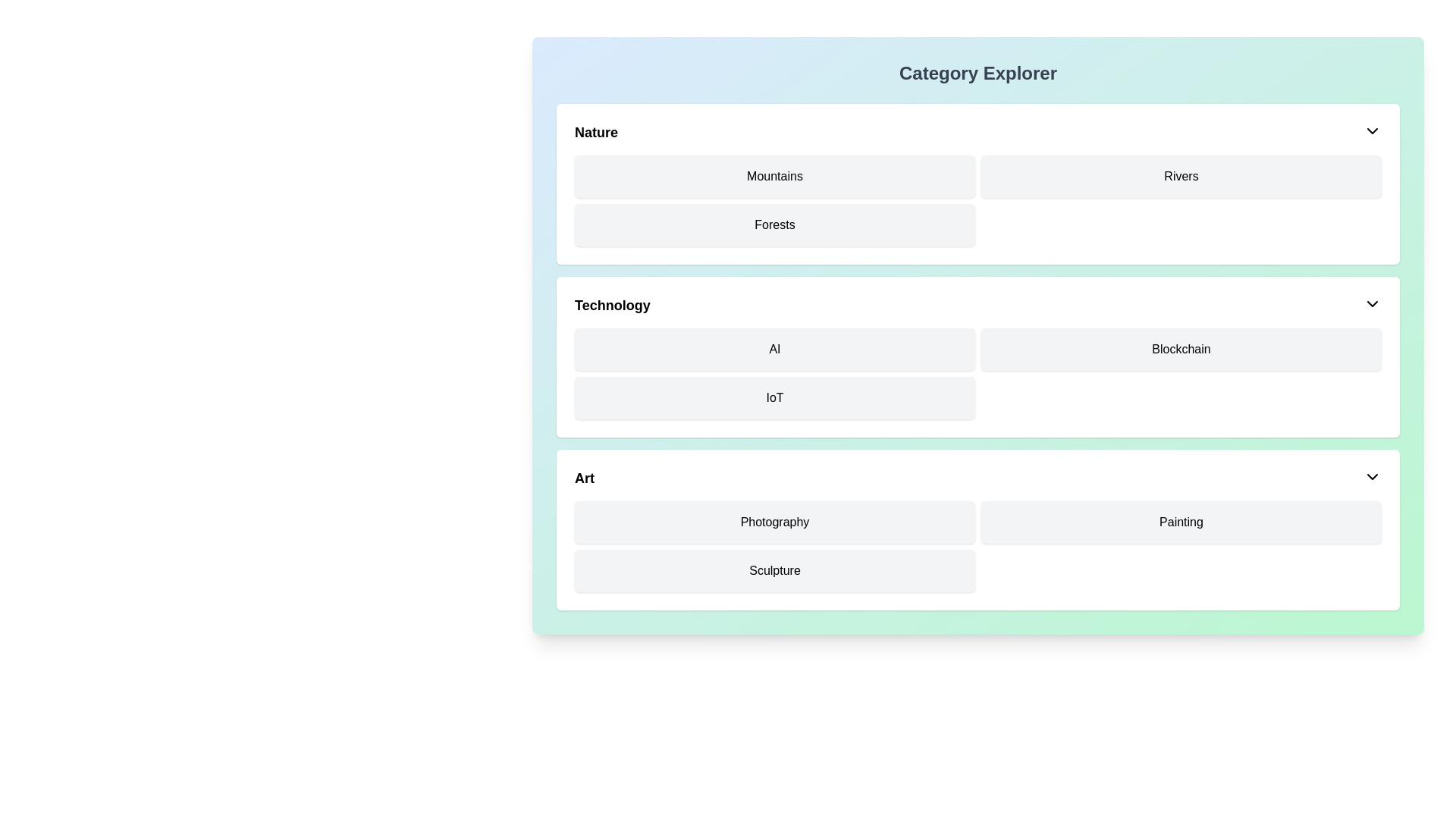 This screenshot has width=1456, height=819. What do you see at coordinates (775, 225) in the screenshot?
I see `the 'Forests' text label or button, which is styled with bold, black font on a light gray rectangle with rounded corners, located in the second row under the 'Nature' section of the grid layout` at bounding box center [775, 225].